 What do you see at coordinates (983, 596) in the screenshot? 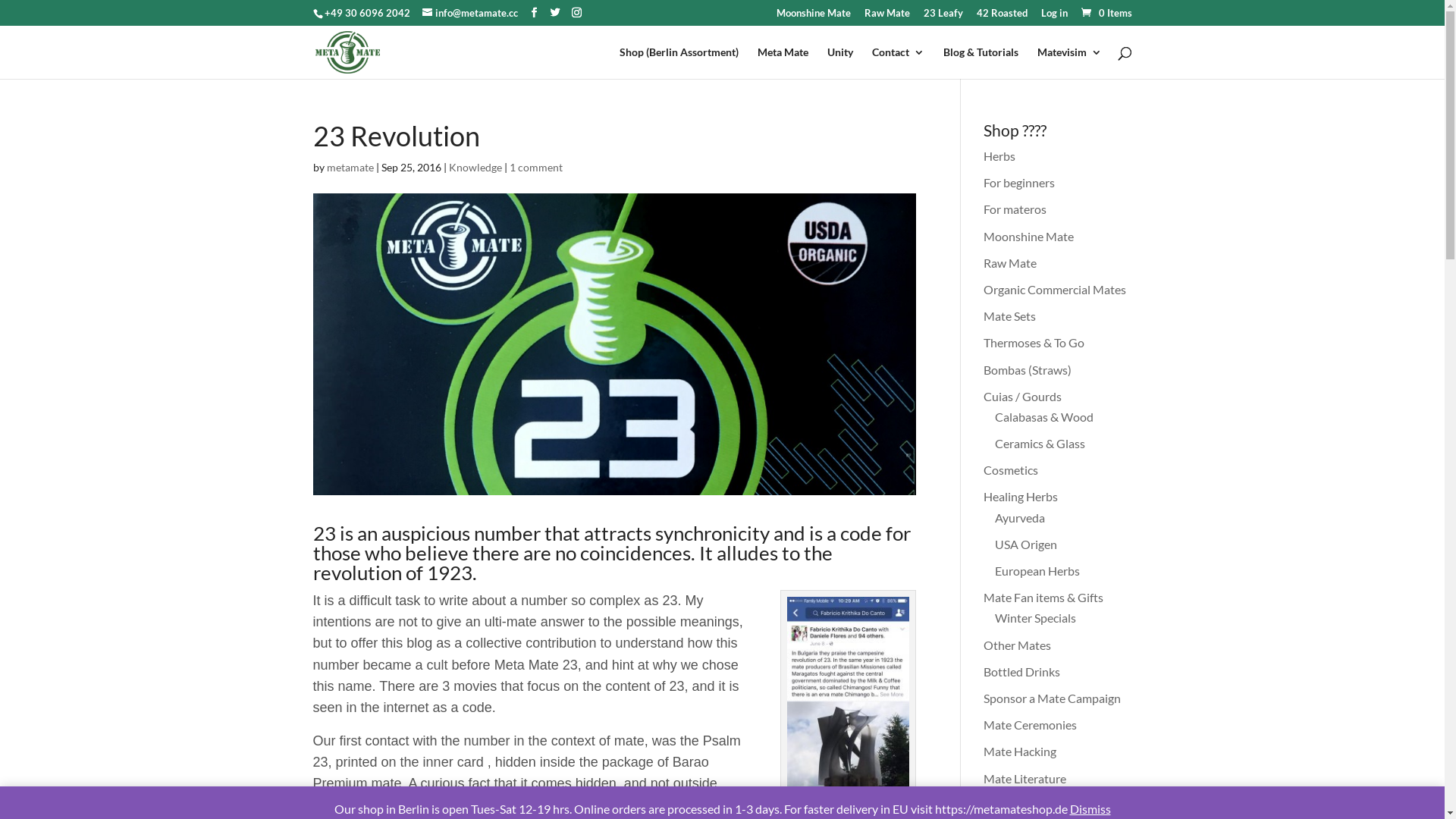
I see `'Mate Fan items & Gifts'` at bounding box center [983, 596].